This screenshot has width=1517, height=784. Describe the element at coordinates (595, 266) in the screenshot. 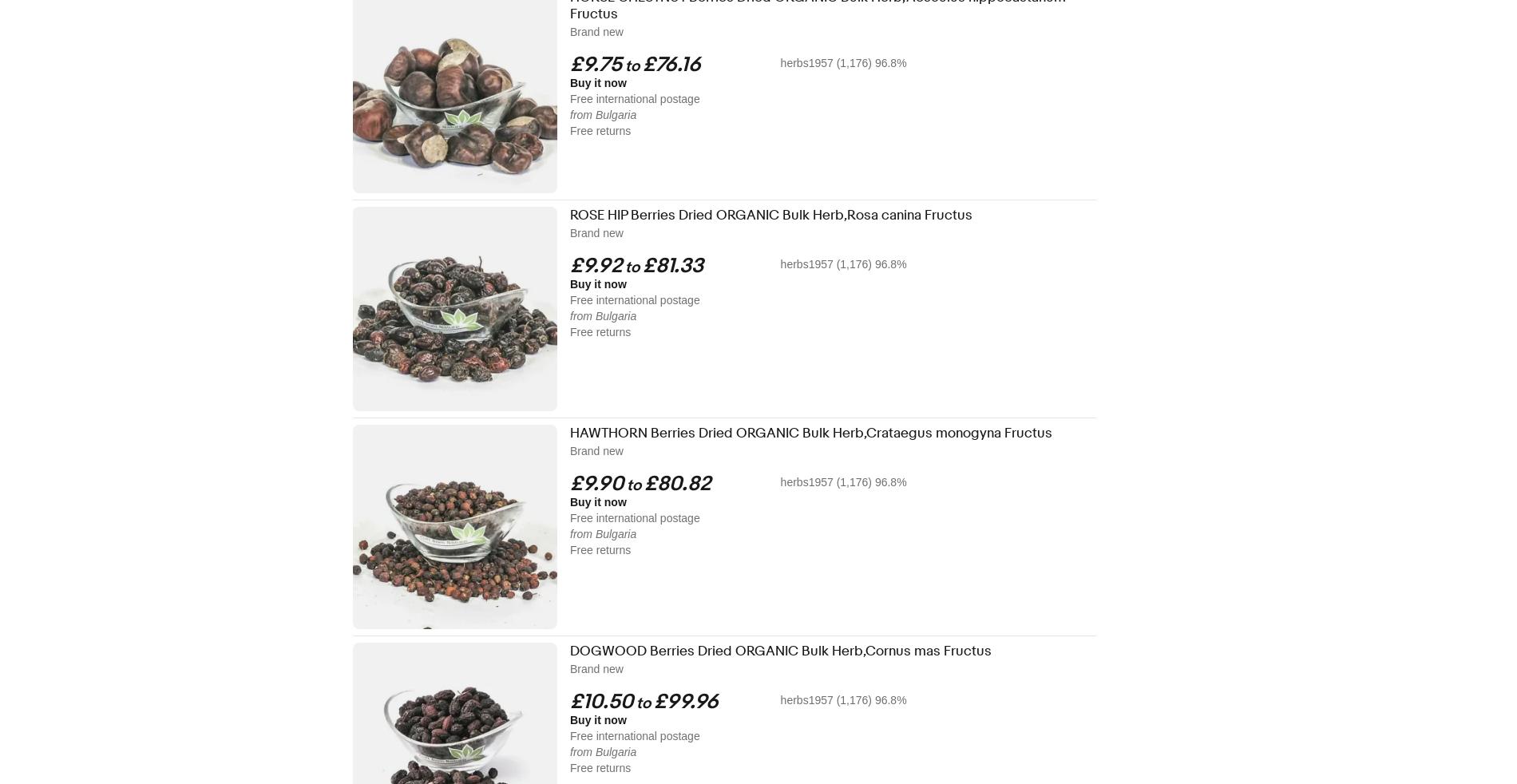

I see `'£9.92'` at that location.